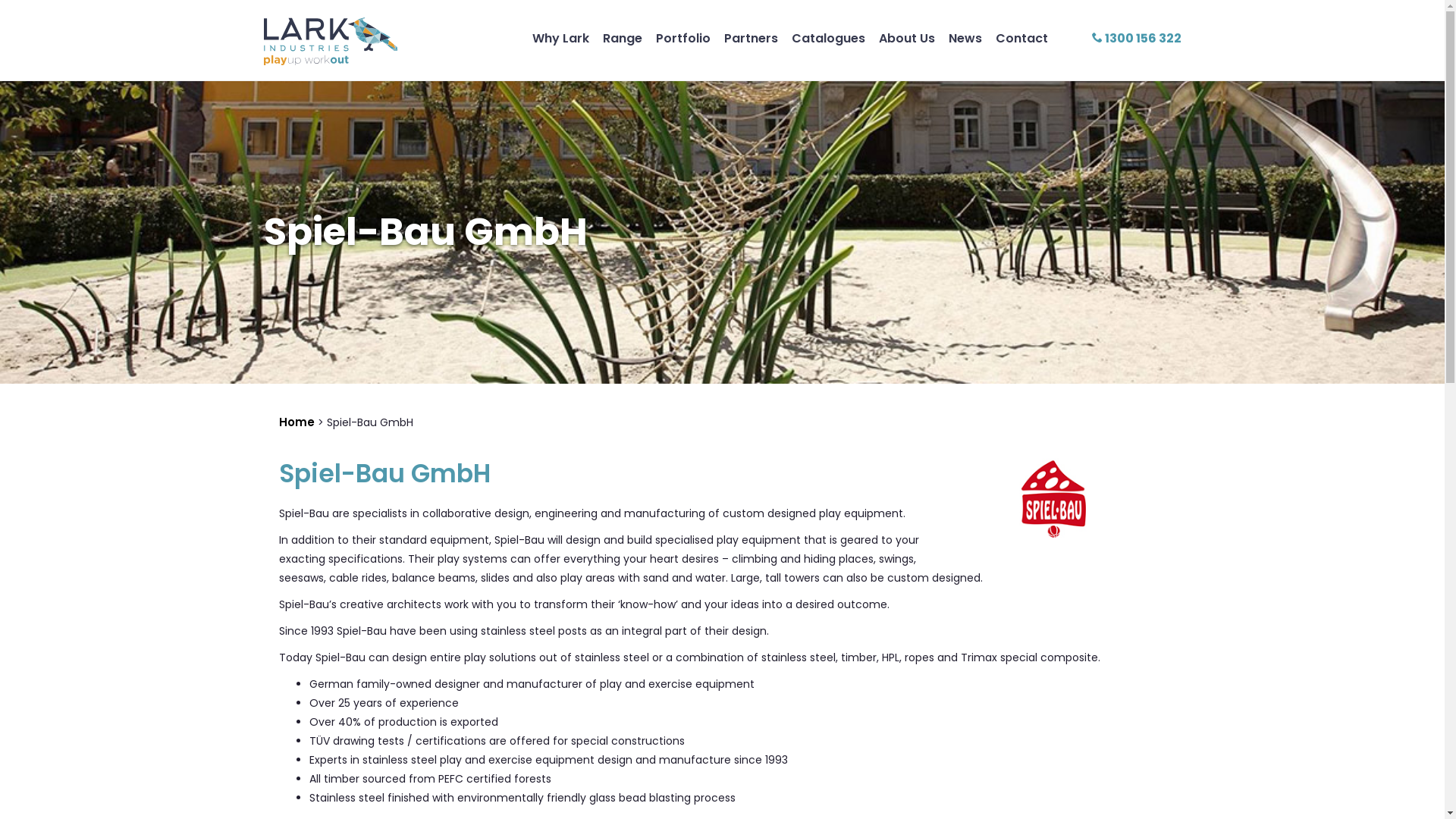 Image resolution: width=1456 pixels, height=819 pixels. Describe the element at coordinates (622, 37) in the screenshot. I see `'Range'` at that location.